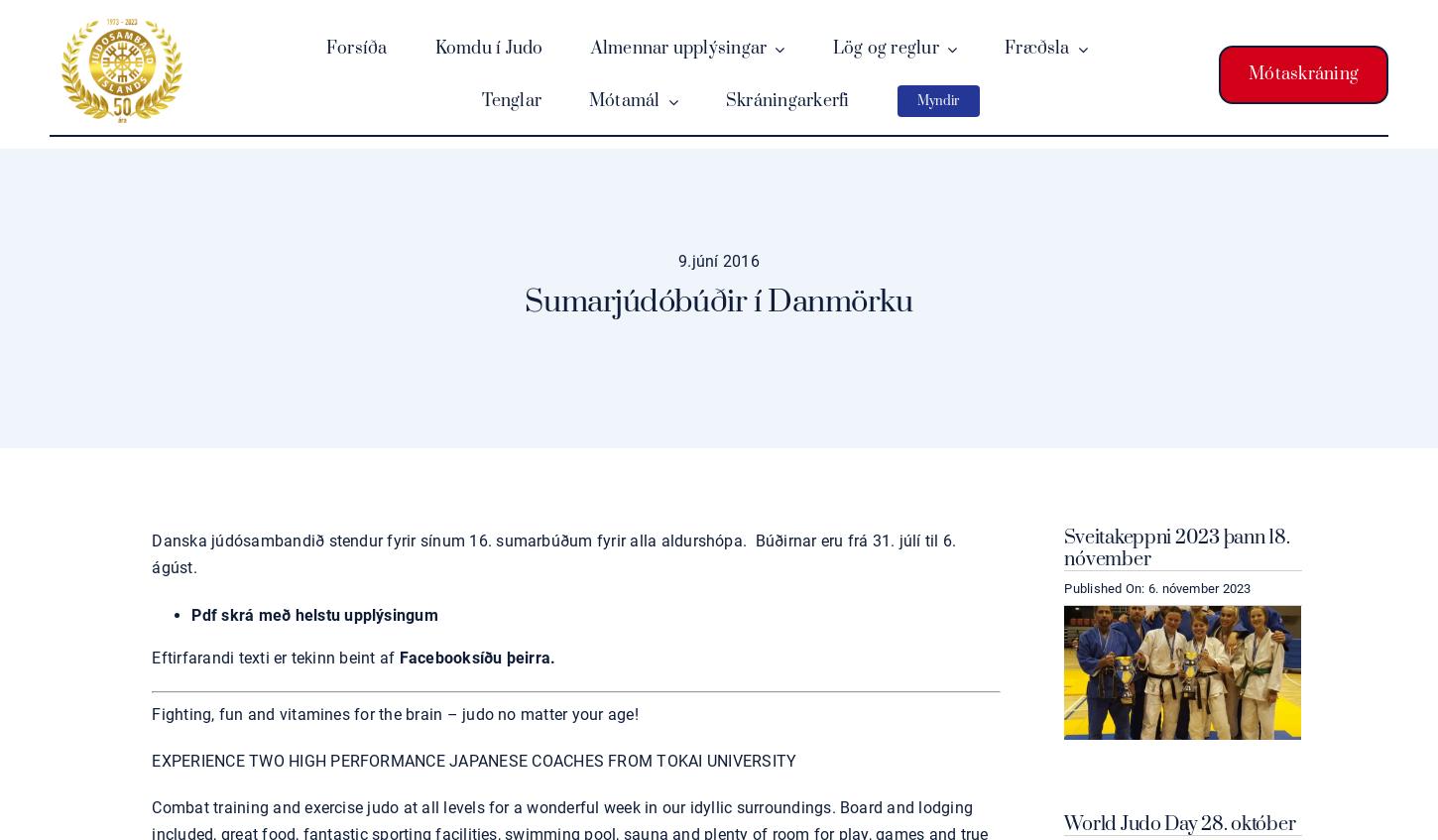 This screenshot has height=840, width=1438. What do you see at coordinates (893, 153) in the screenshot?
I see `'Félagaskipti'` at bounding box center [893, 153].